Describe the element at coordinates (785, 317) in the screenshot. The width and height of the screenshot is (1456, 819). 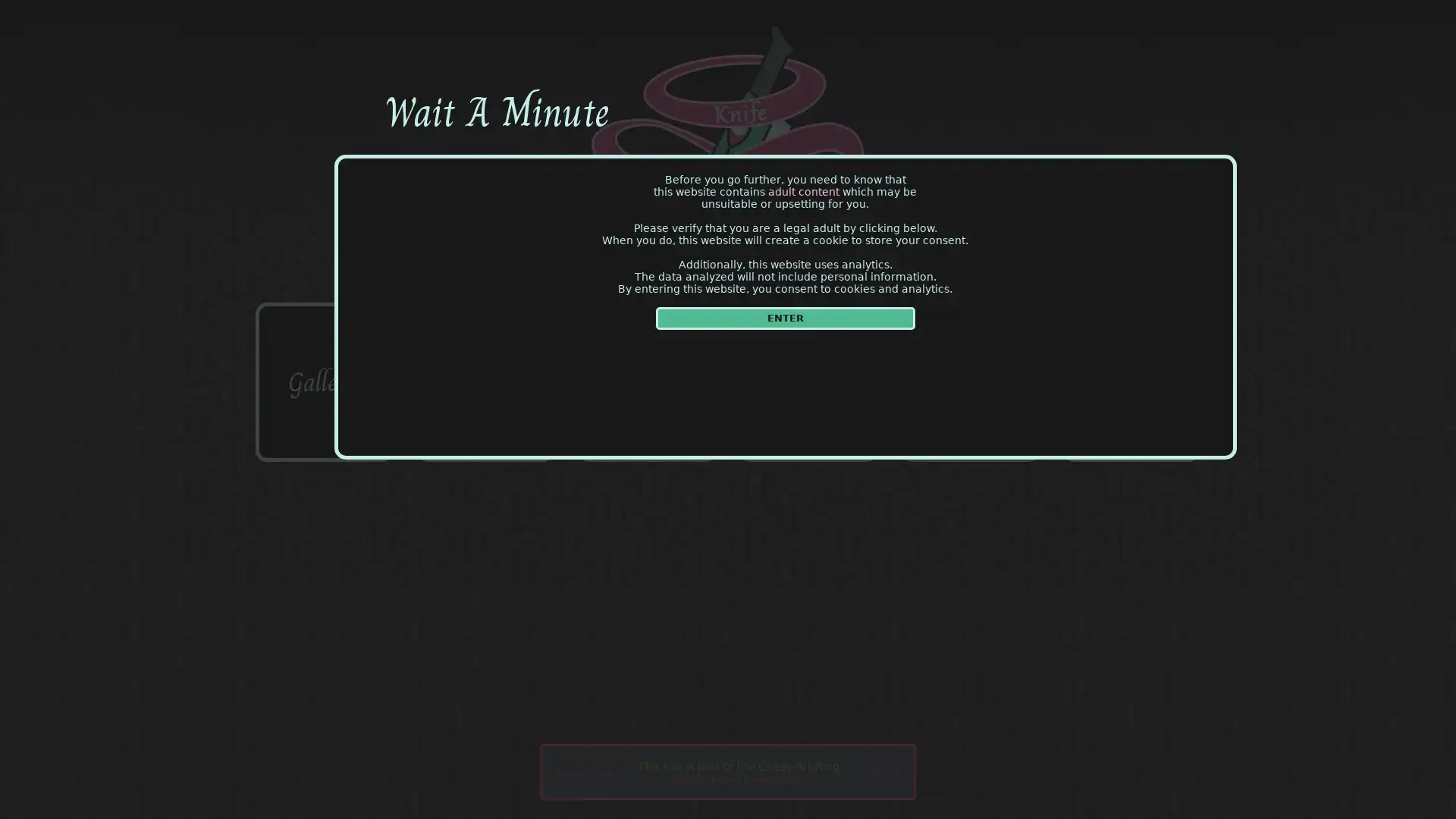
I see `ENTER` at that location.